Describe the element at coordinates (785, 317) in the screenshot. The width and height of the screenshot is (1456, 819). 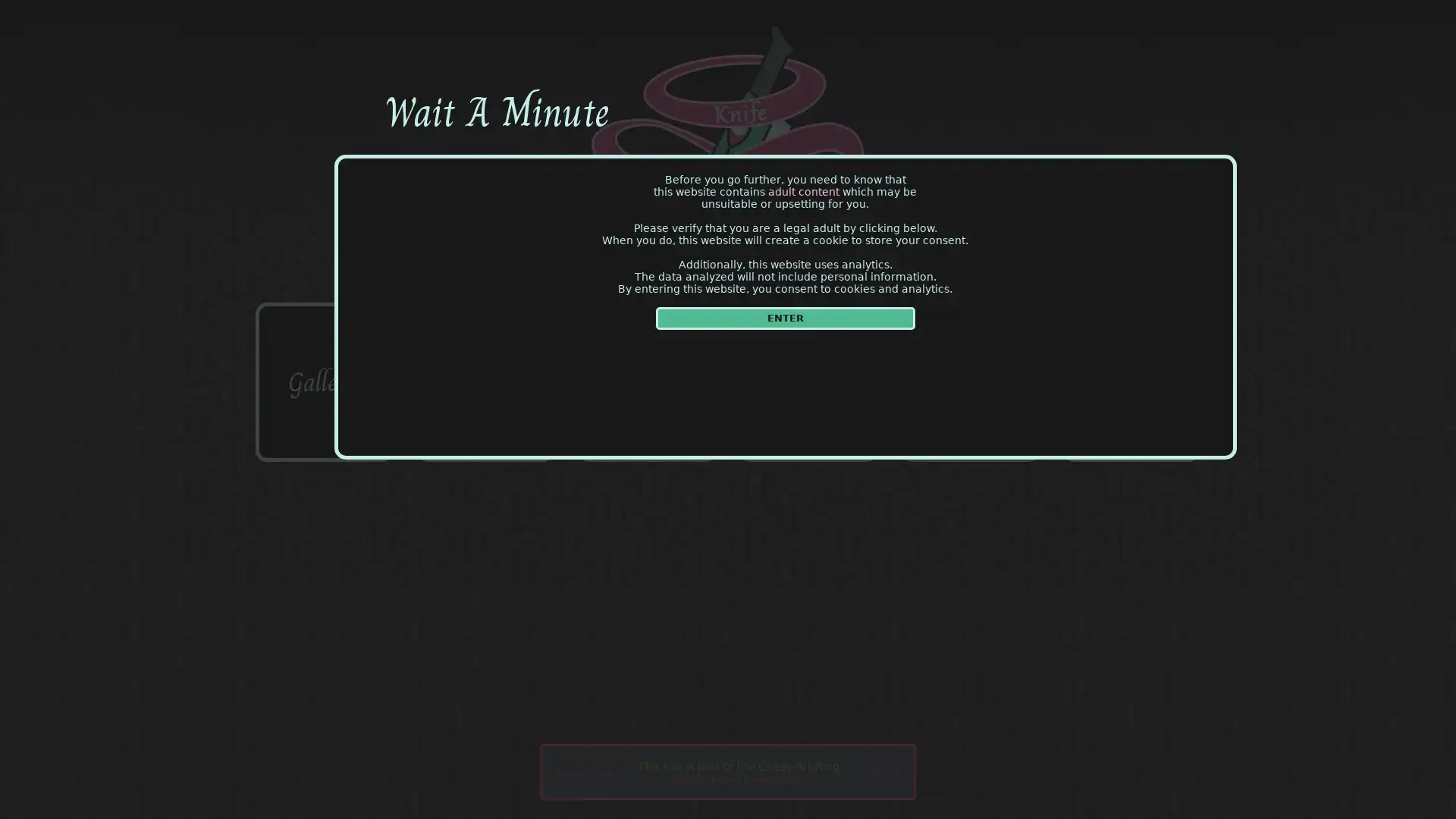
I see `ENTER` at that location.